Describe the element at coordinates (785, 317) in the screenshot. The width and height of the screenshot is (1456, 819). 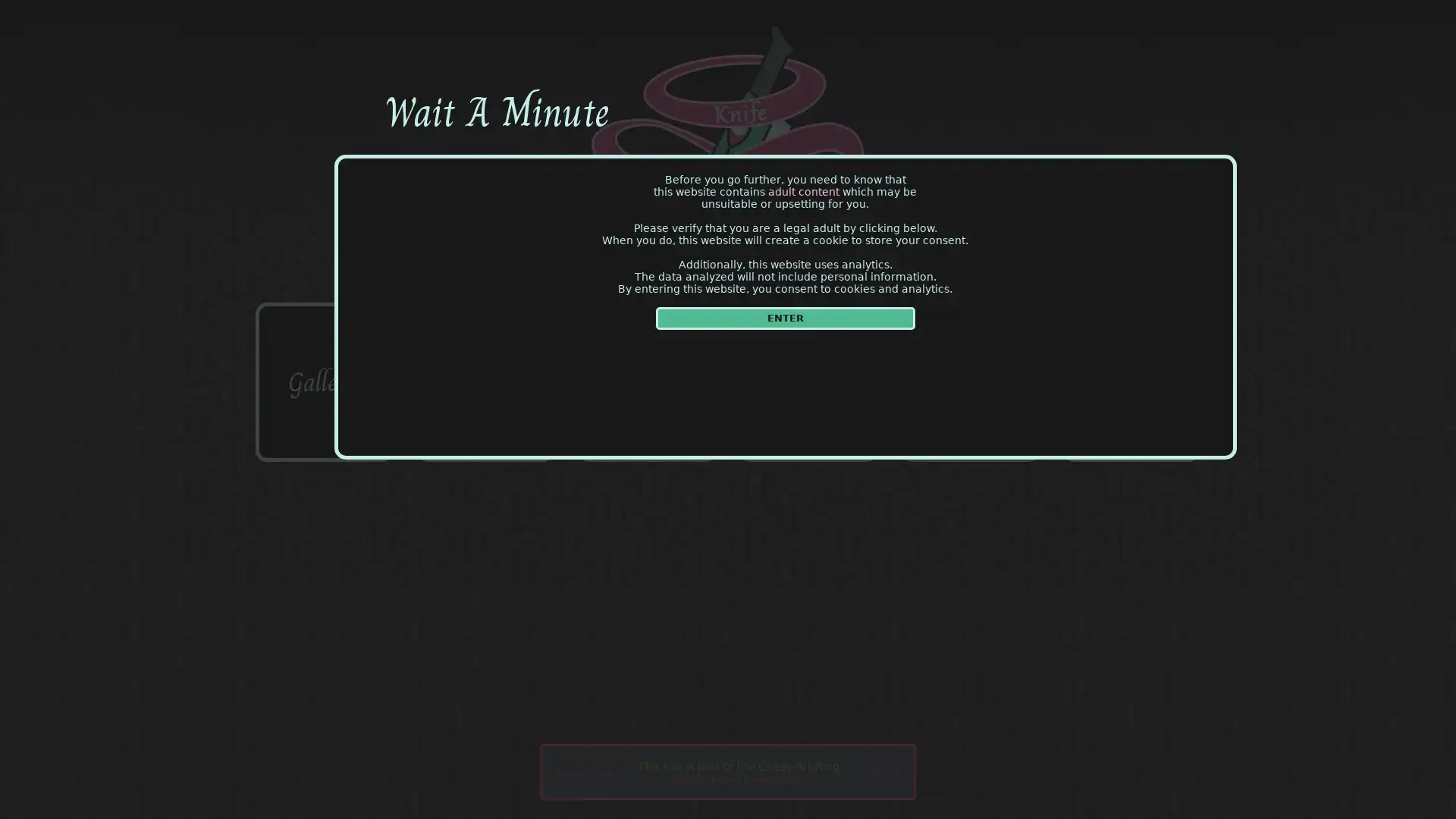
I see `ENTER` at that location.